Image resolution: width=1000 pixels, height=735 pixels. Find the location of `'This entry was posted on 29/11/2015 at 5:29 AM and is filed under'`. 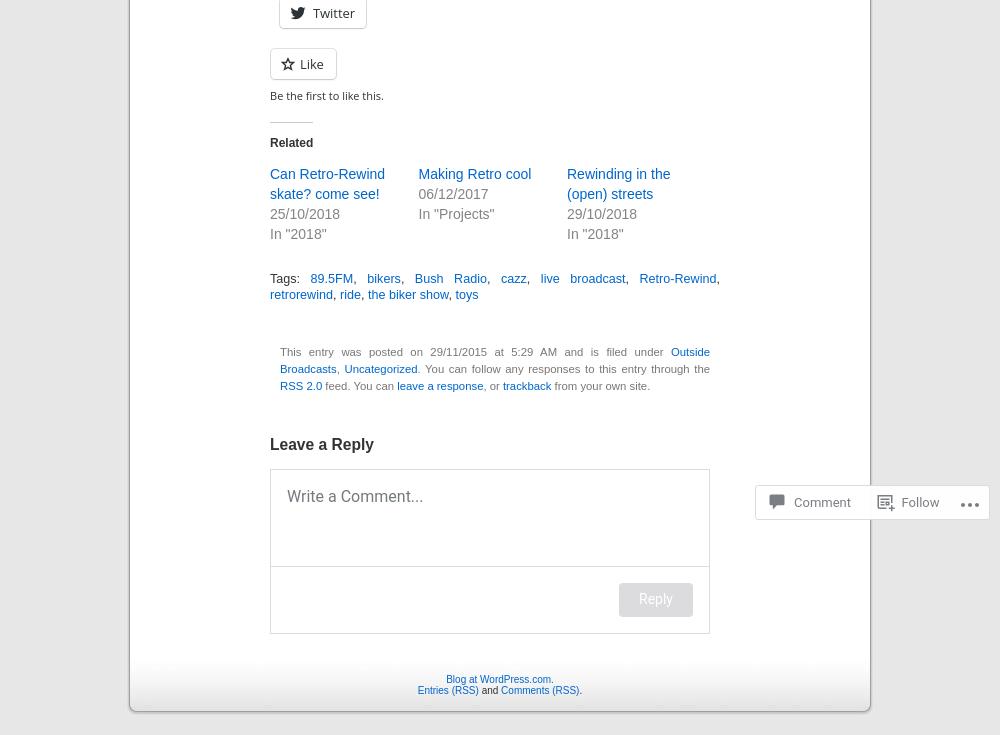

'This entry was posted on 29/11/2015 at 5:29 AM and is filed under' is located at coordinates (474, 350).